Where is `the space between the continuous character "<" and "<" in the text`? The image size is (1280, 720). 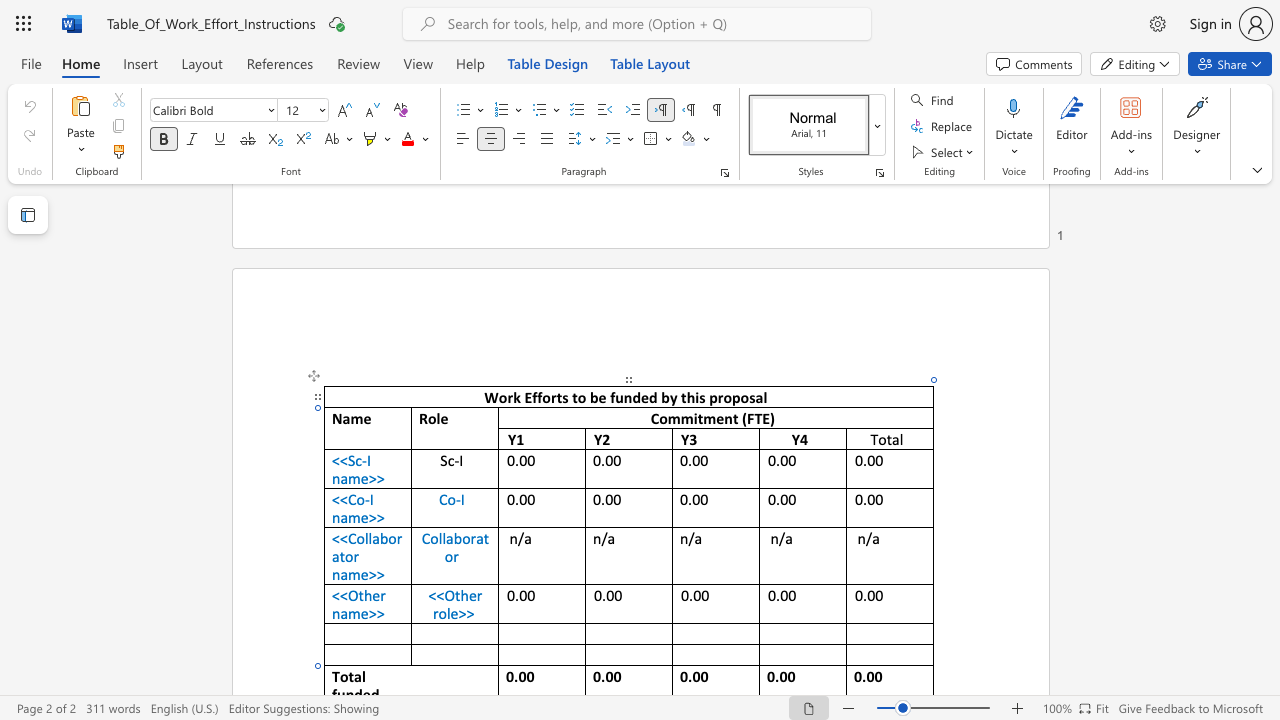
the space between the continuous character "<" and "<" in the text is located at coordinates (339, 498).